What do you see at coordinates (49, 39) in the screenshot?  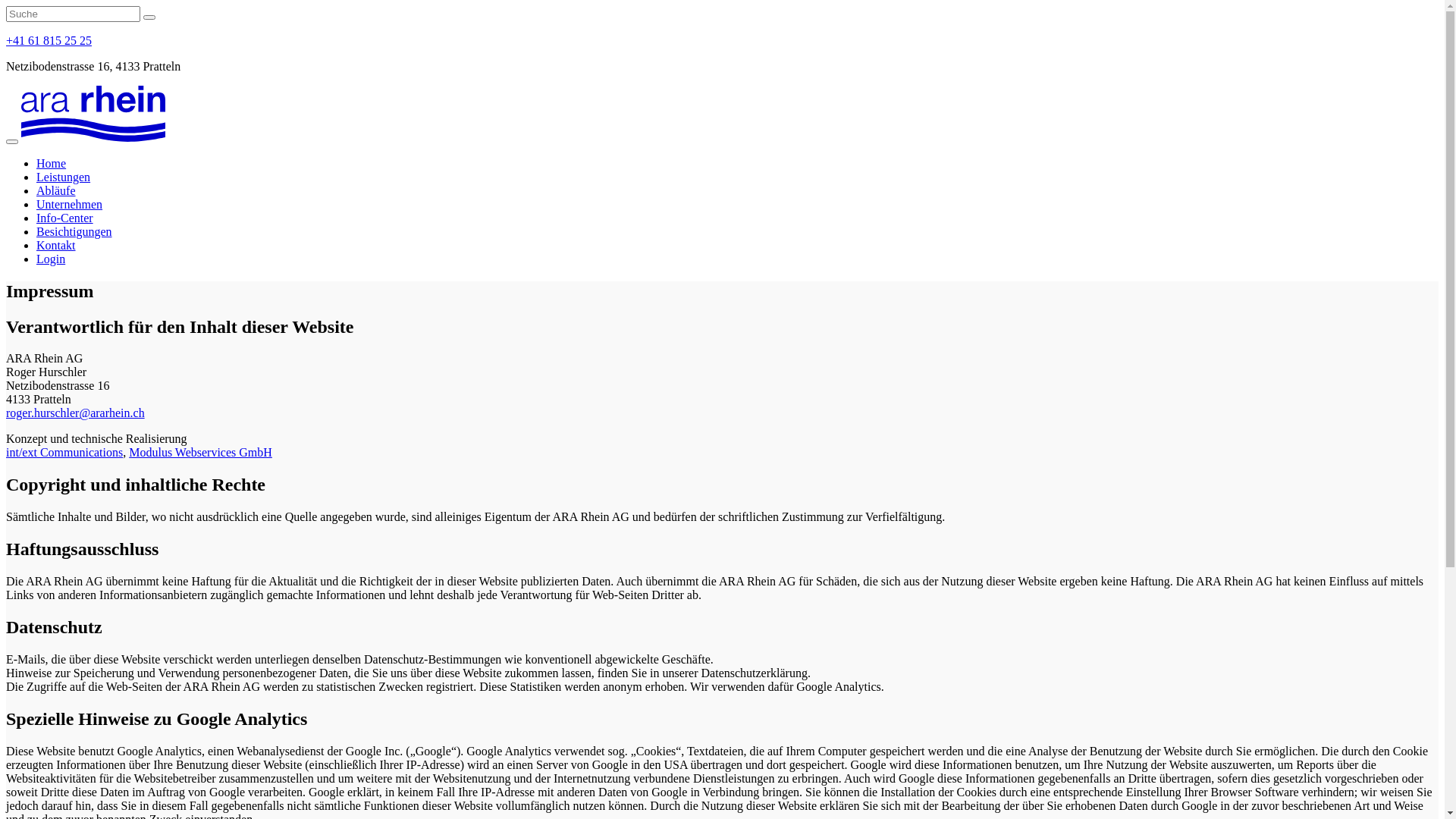 I see `'+41 61 815 25 25'` at bounding box center [49, 39].